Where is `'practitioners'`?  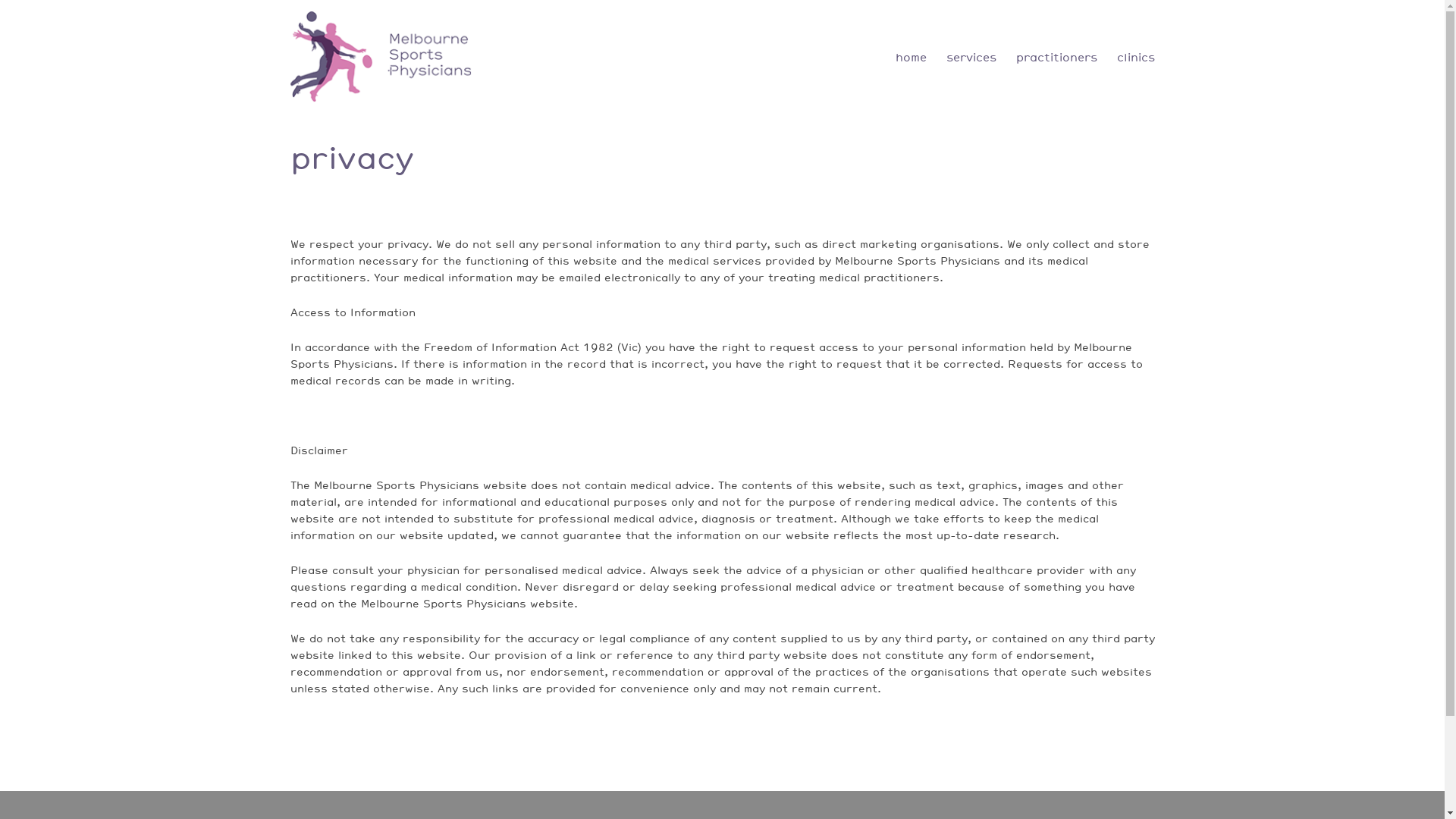 'practitioners' is located at coordinates (1056, 58).